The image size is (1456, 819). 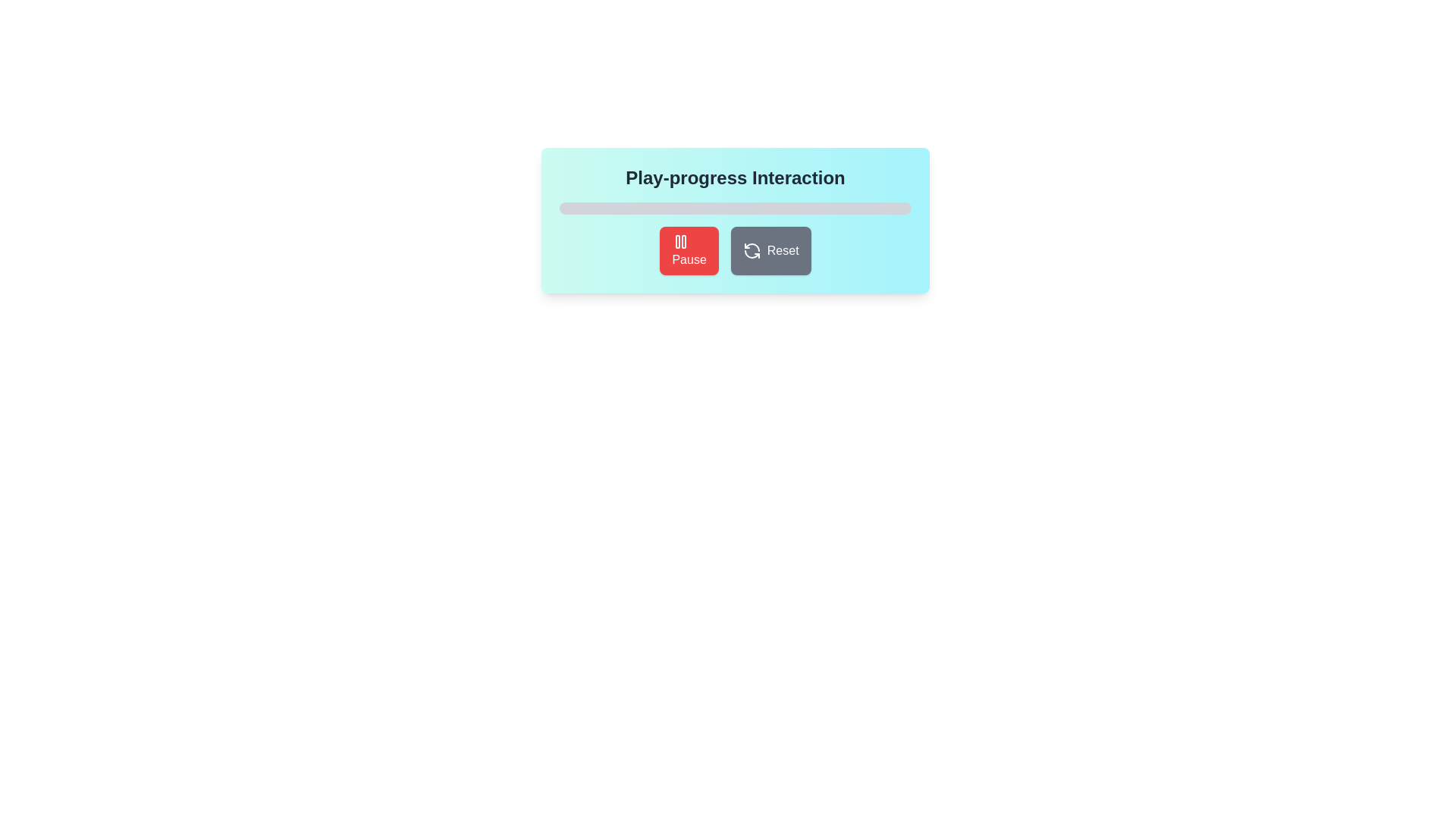 I want to click on the 'Pause' icon located on the left side of the control panel below the progress bar, so click(x=680, y=241).